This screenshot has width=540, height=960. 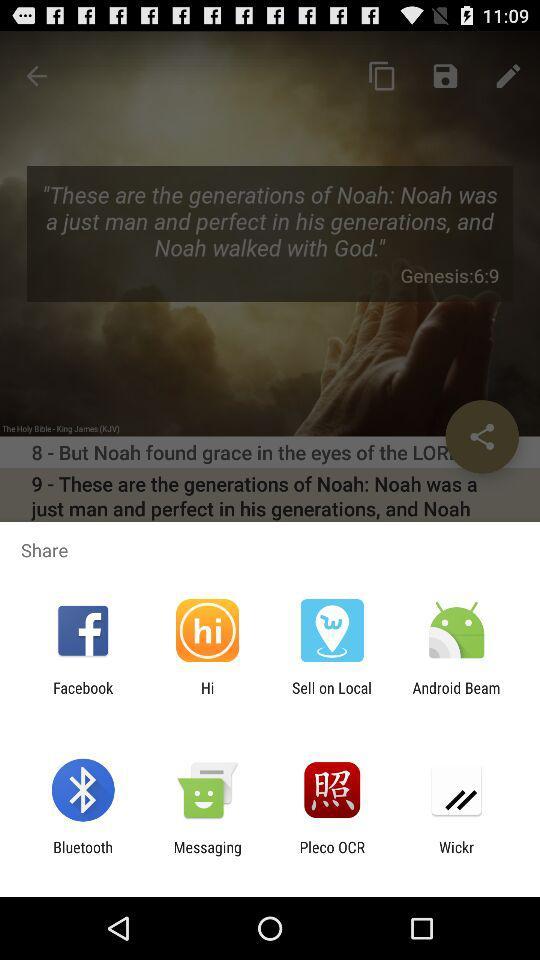 What do you see at coordinates (206, 696) in the screenshot?
I see `icon to the left of sell on local app` at bounding box center [206, 696].